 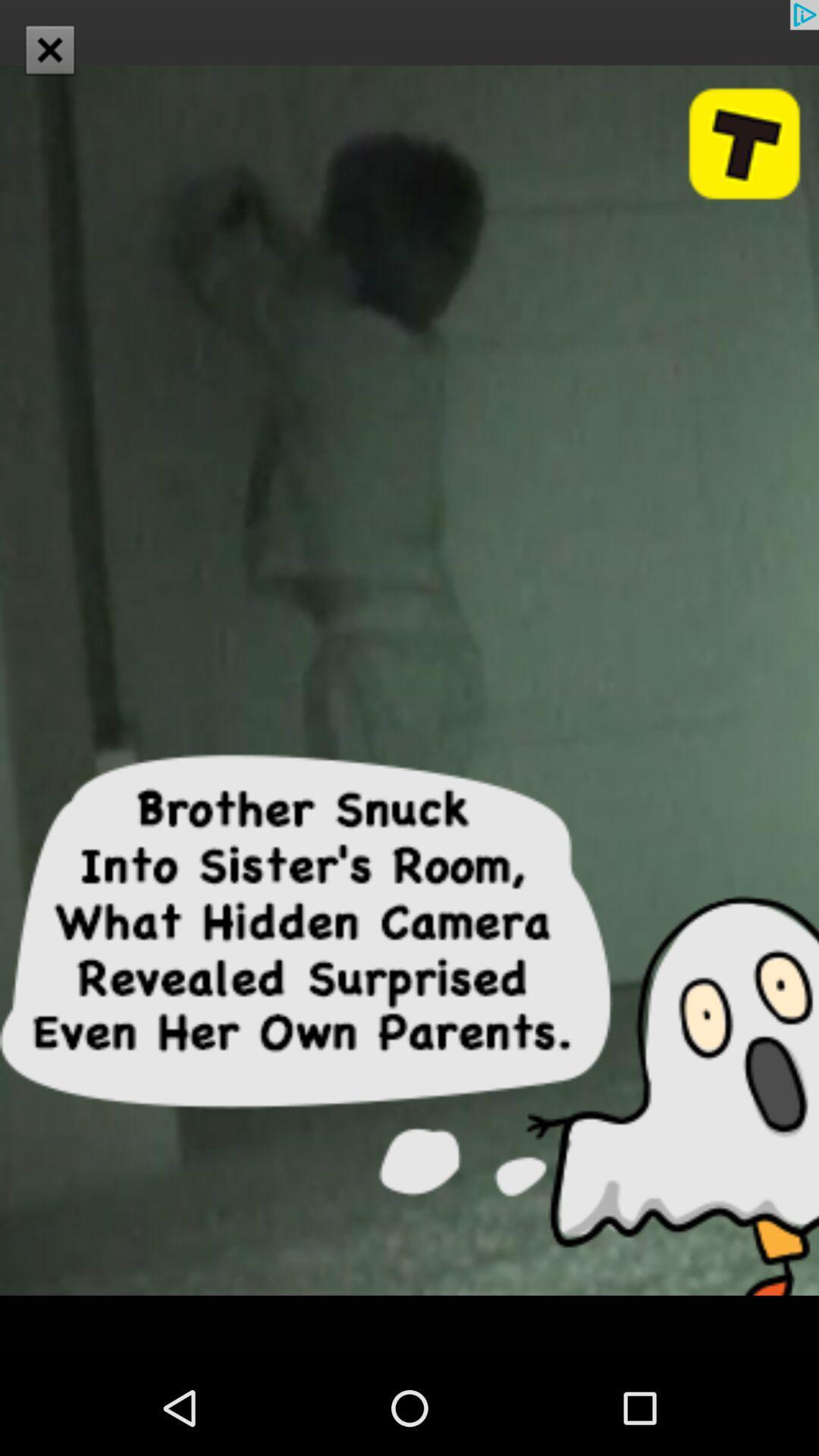 What do you see at coordinates (49, 53) in the screenshot?
I see `the close icon` at bounding box center [49, 53].